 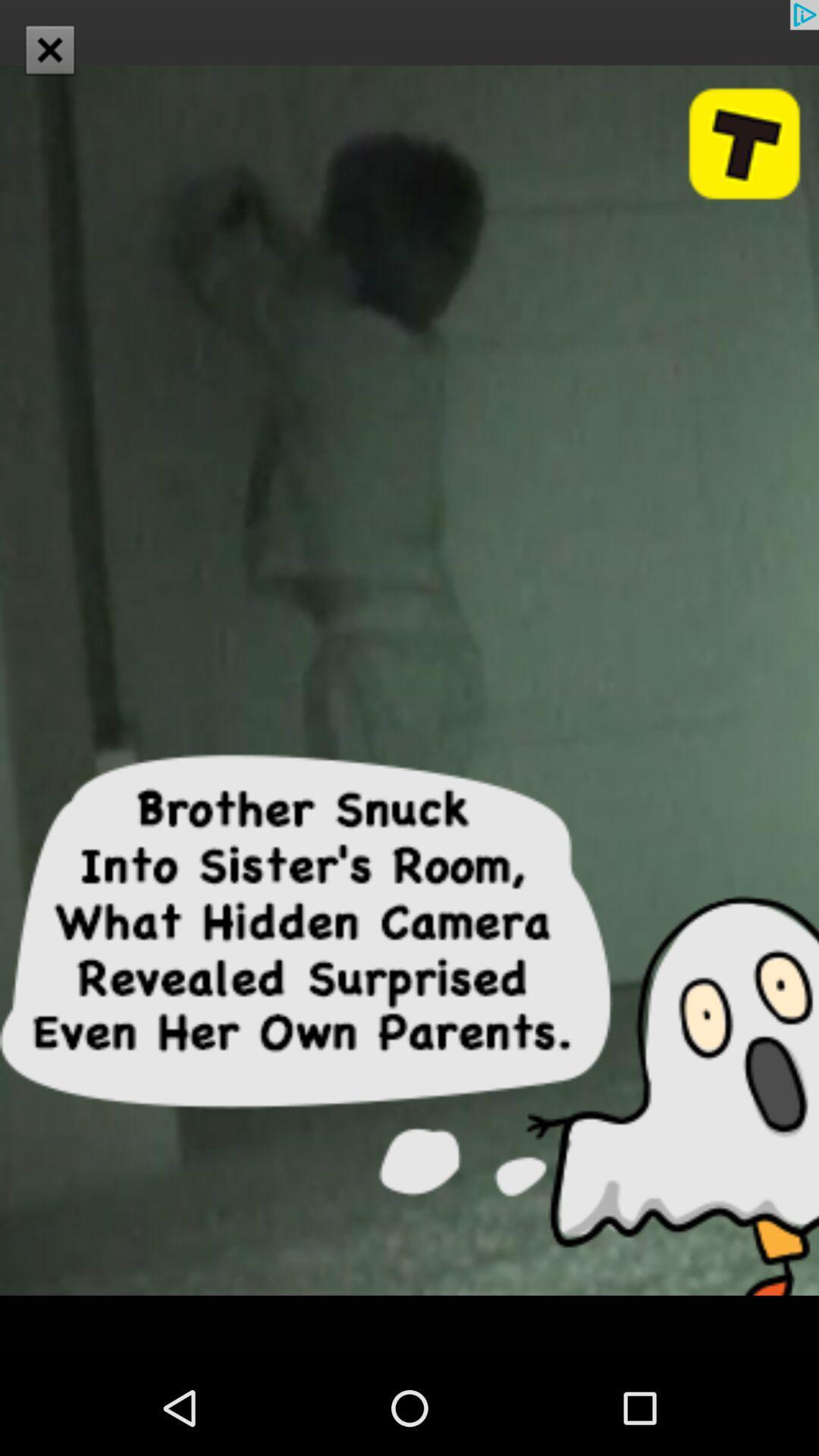 What do you see at coordinates (49, 53) in the screenshot?
I see `the close icon` at bounding box center [49, 53].